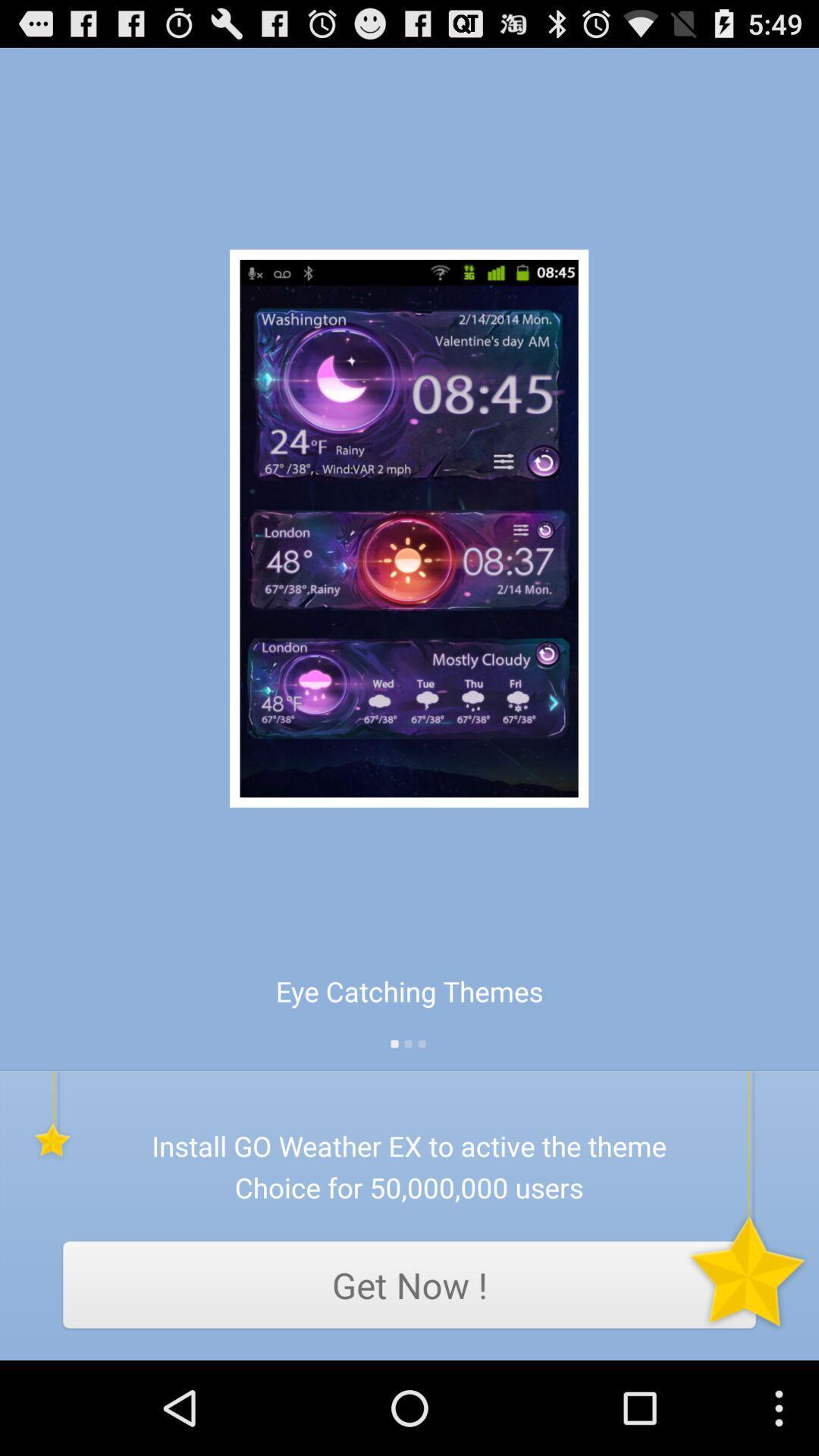 The image size is (819, 1456). I want to click on get now ! item, so click(409, 1284).